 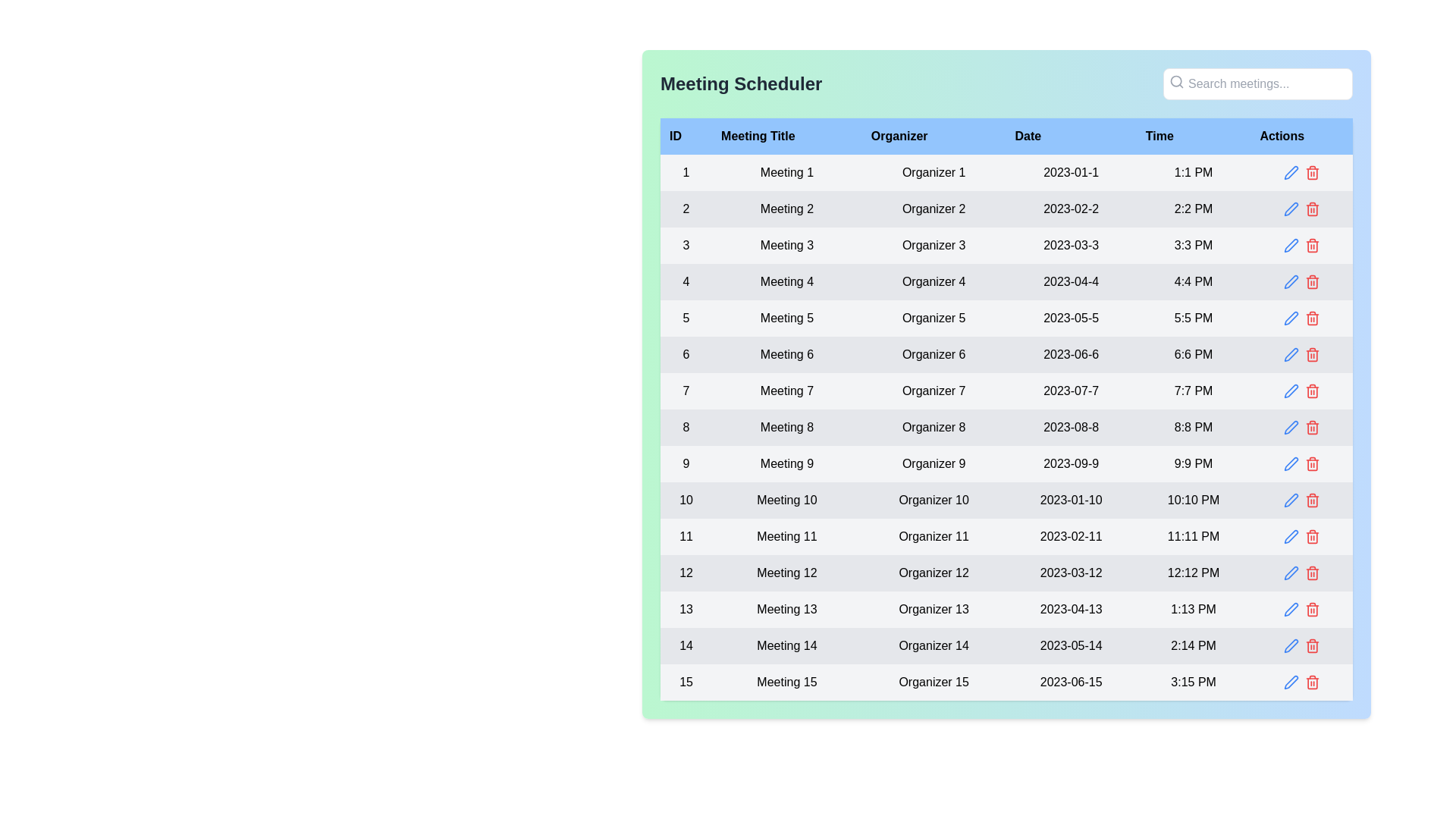 I want to click on the text label displaying the date '2023-01-1' in the 'Date' column of the table for 'Meeting 1', which is located between 'Organizer 1' and '1:1 PM', so click(x=1070, y=171).